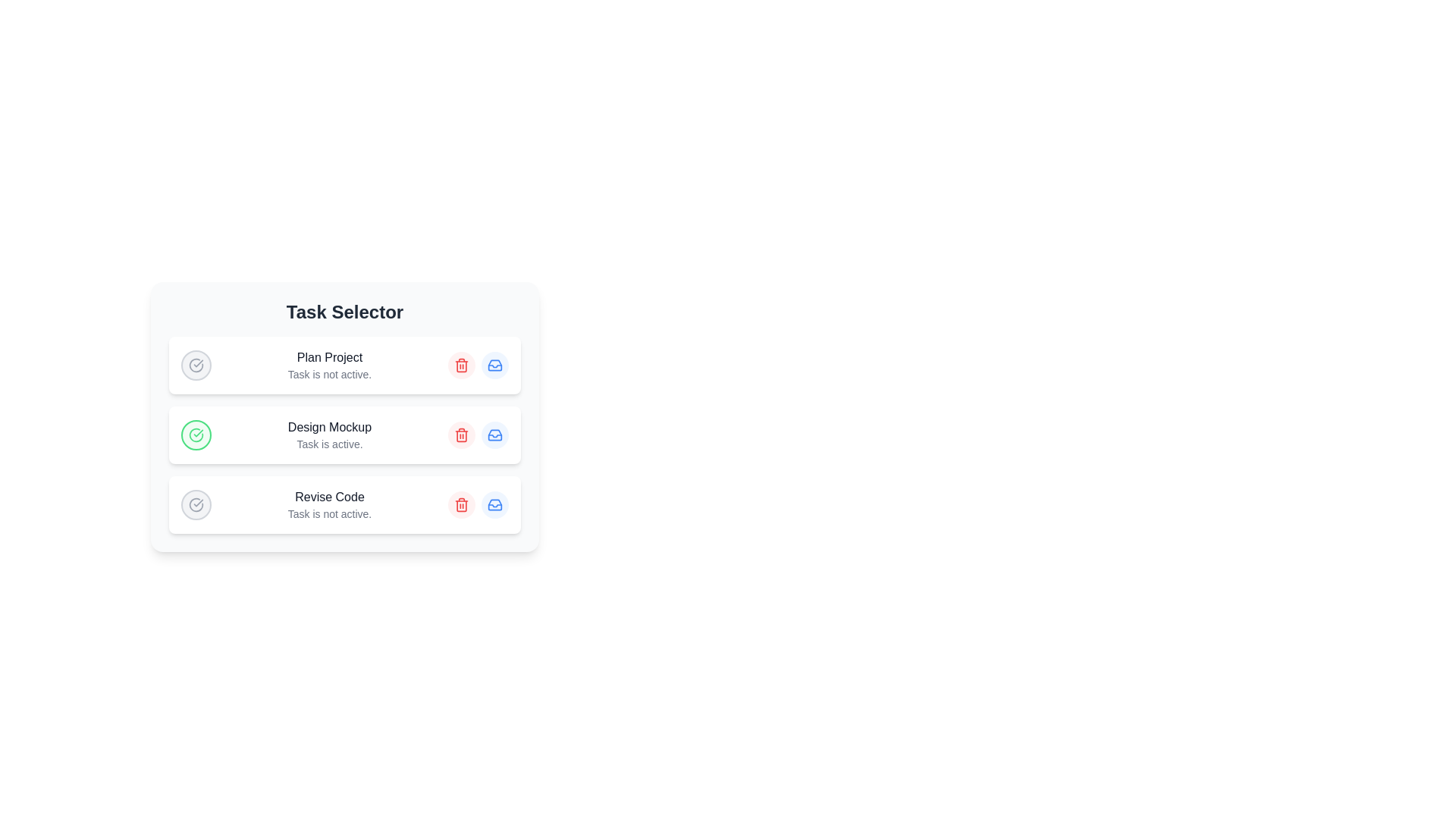 This screenshot has width=1456, height=819. I want to click on the Status Indicator Icon located to the left of the 'Design Mockup' label in the second row of the task list to interact with it, so click(196, 435).